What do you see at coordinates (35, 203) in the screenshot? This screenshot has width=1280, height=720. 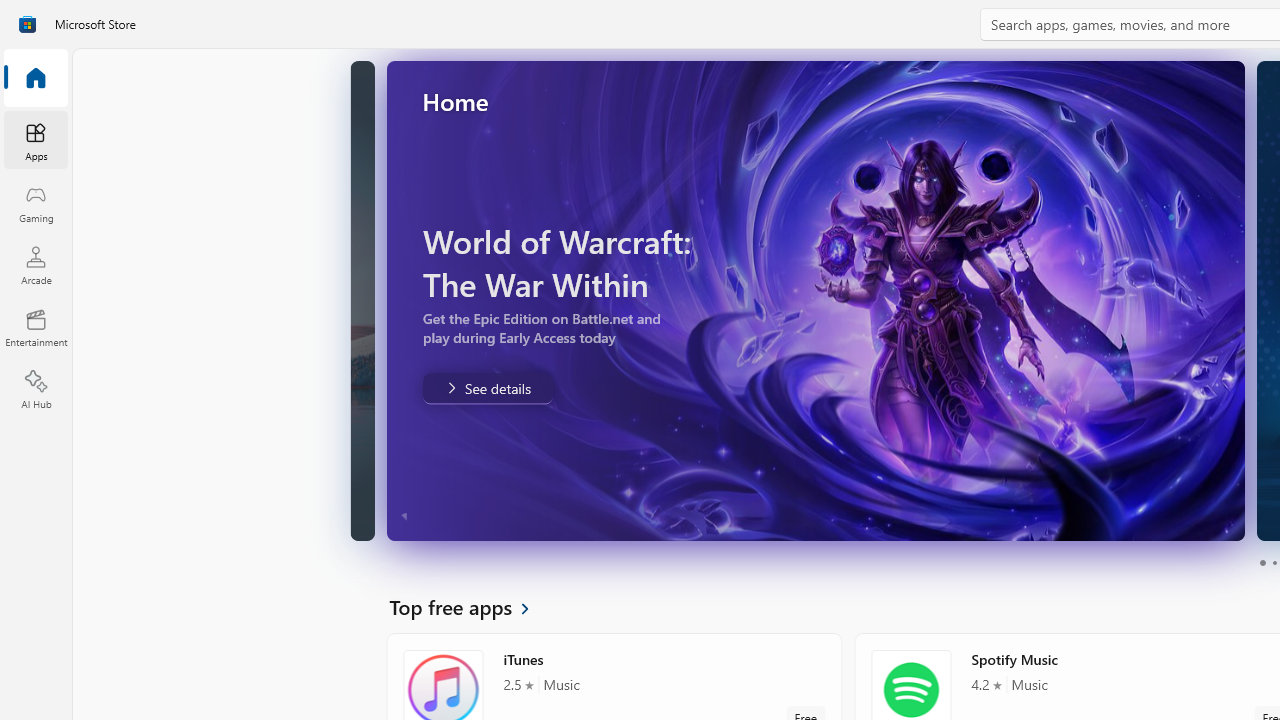 I see `'Gaming'` at bounding box center [35, 203].